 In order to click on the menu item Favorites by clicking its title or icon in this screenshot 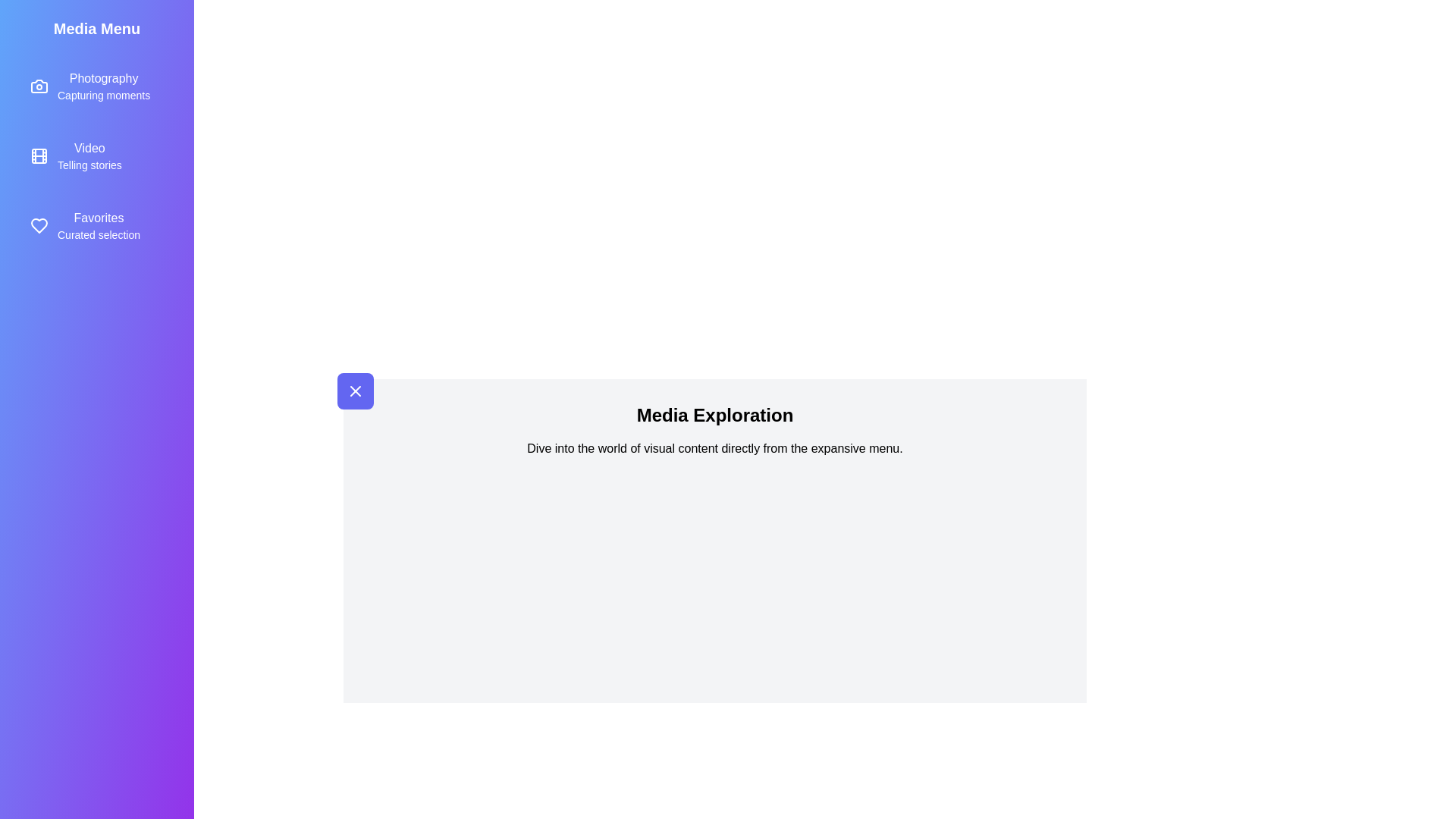, I will do `click(96, 225)`.